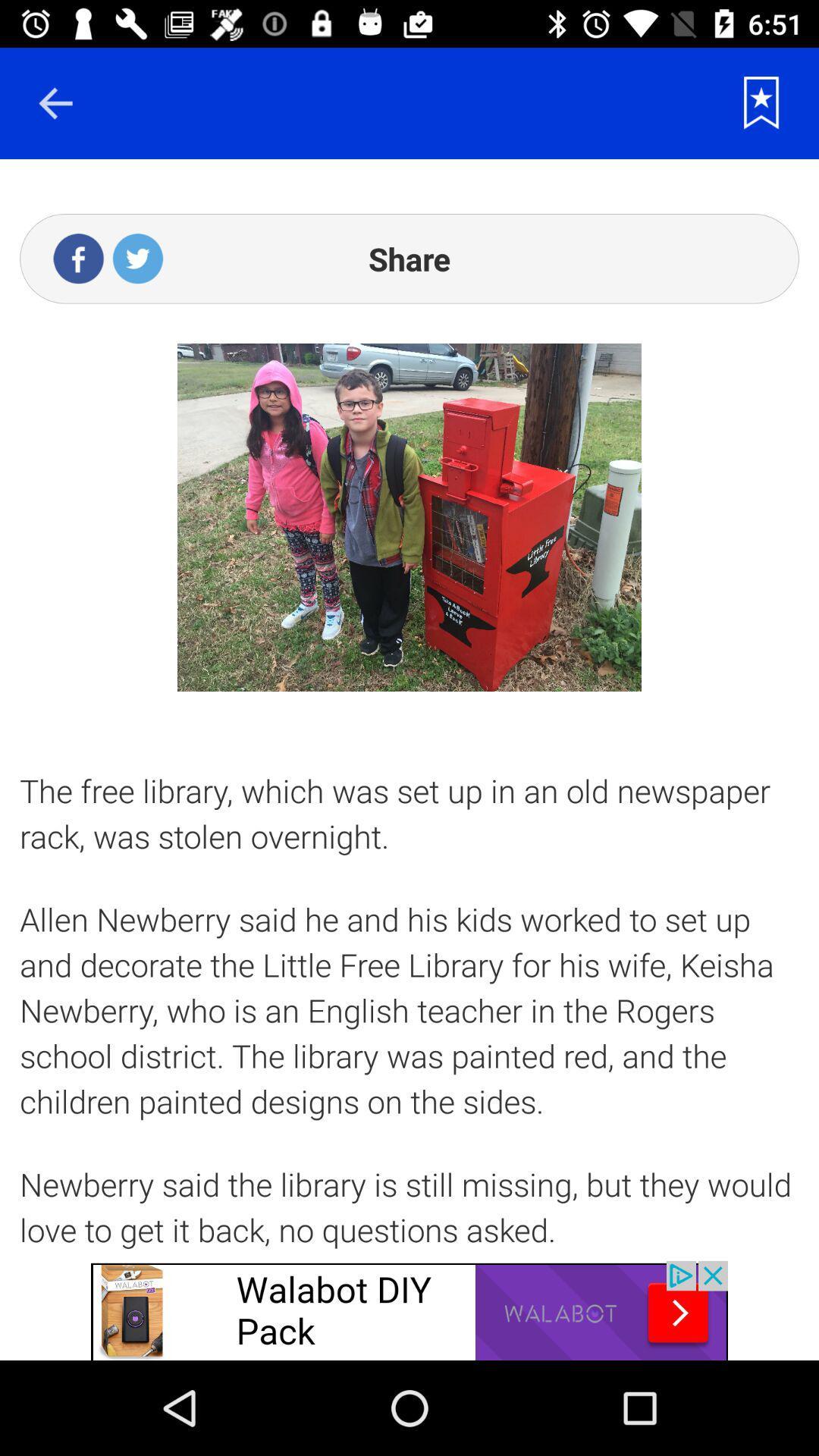  I want to click on back, so click(55, 102).